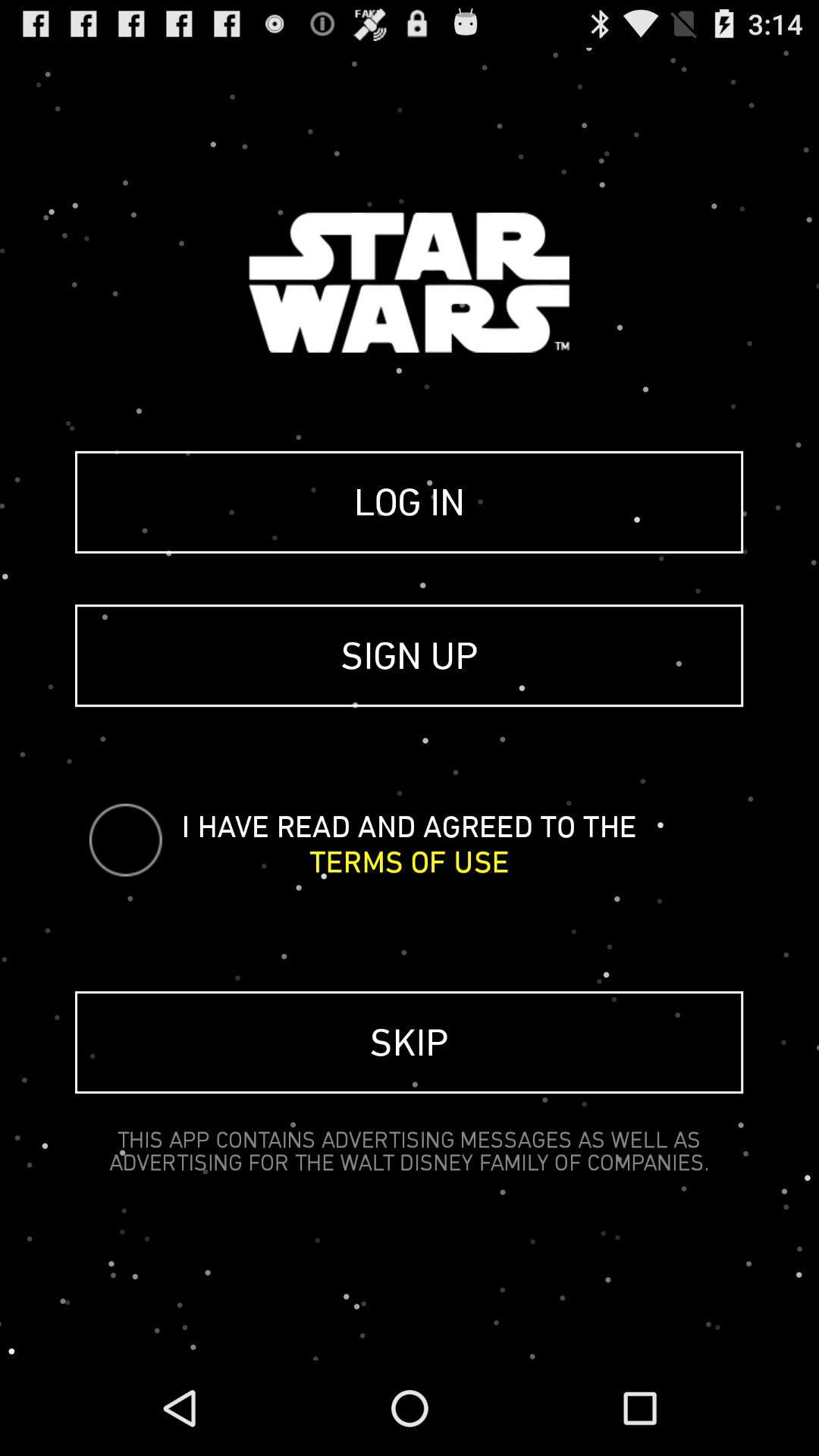 The height and width of the screenshot is (1456, 819). I want to click on sign up item, so click(408, 655).